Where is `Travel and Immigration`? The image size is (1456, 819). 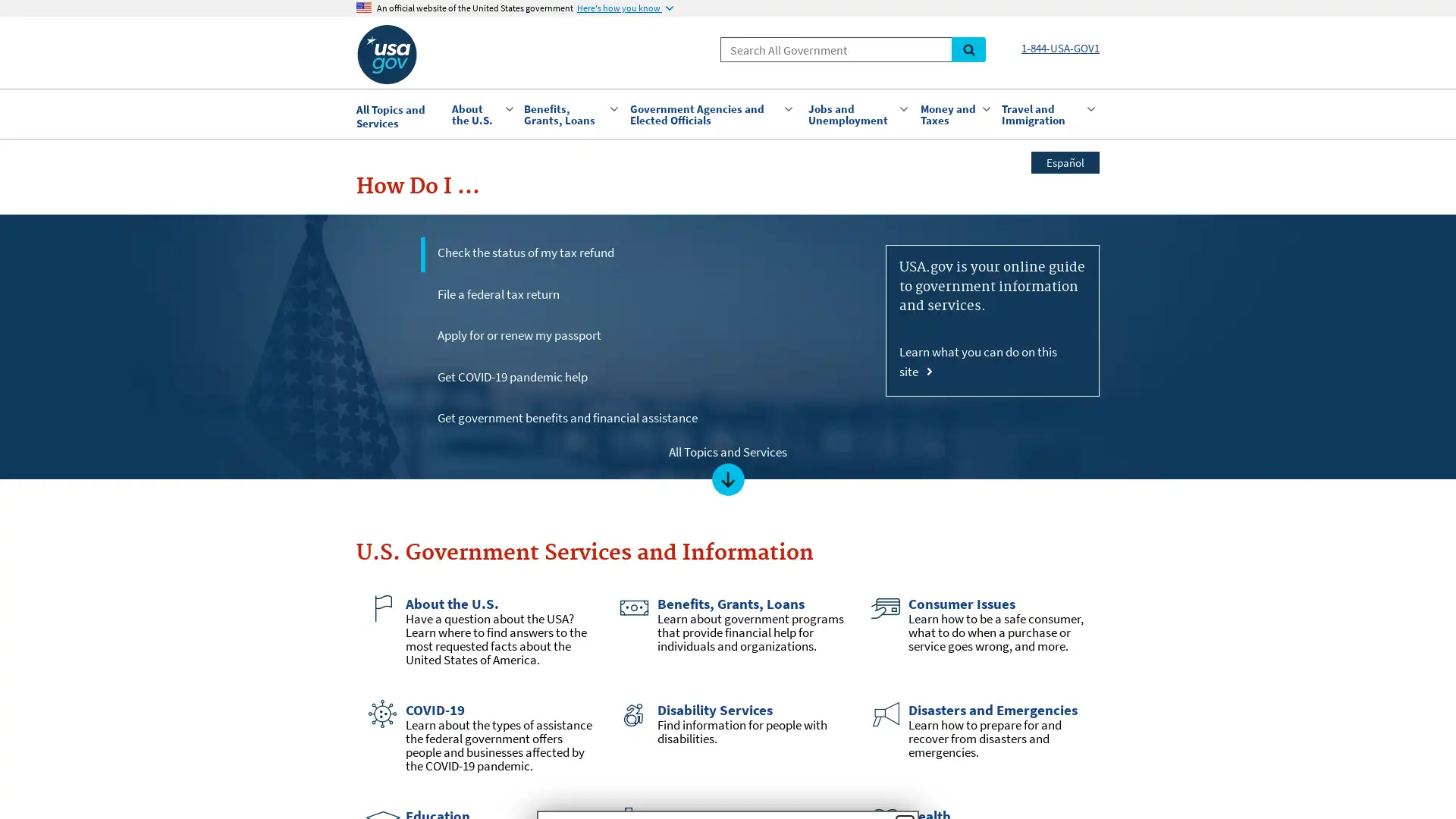 Travel and Immigration is located at coordinates (1046, 113).